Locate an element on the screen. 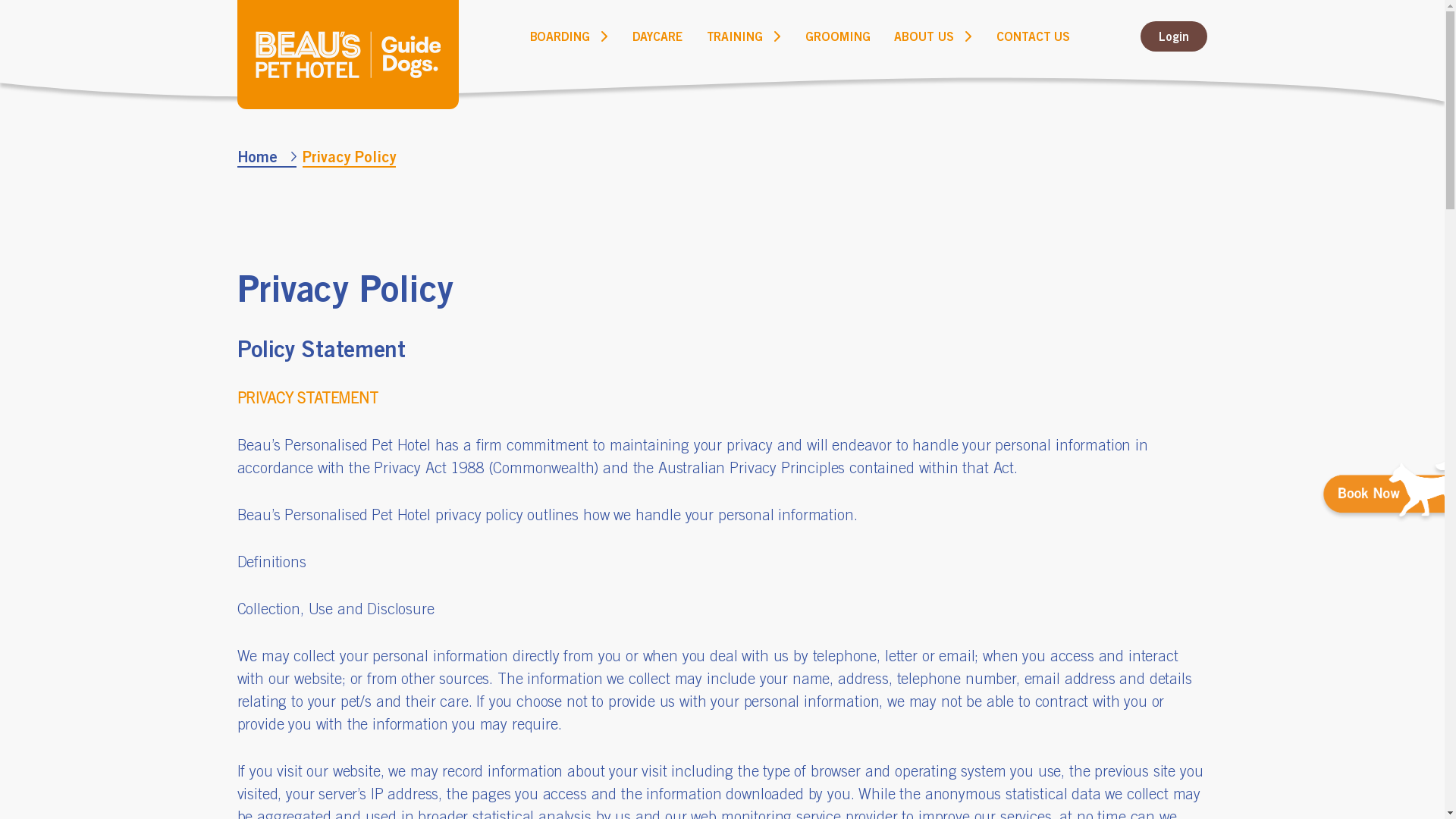  'BOARDING' is located at coordinates (560, 35).